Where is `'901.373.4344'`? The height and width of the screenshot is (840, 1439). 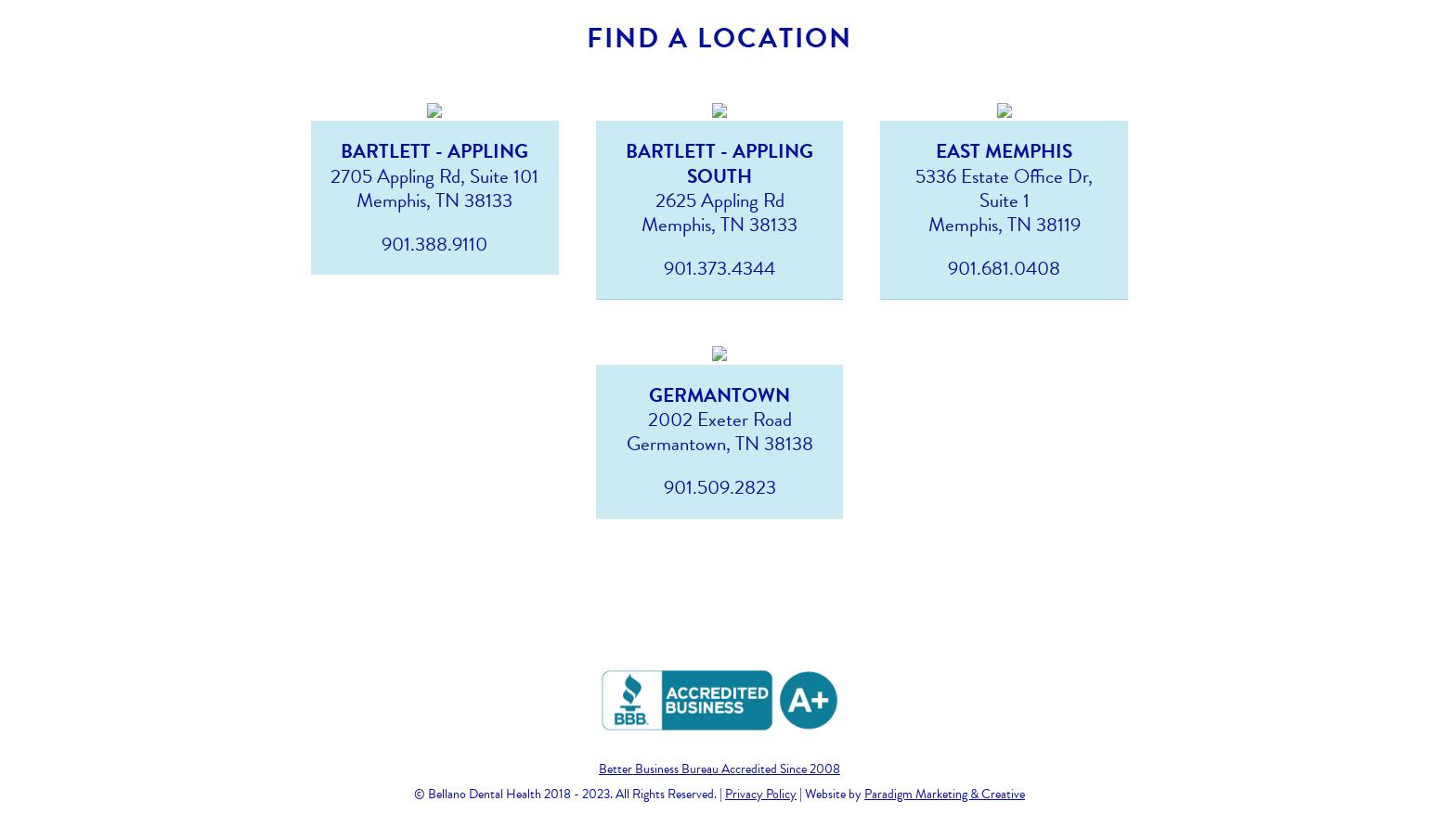
'901.373.4344' is located at coordinates (719, 267).